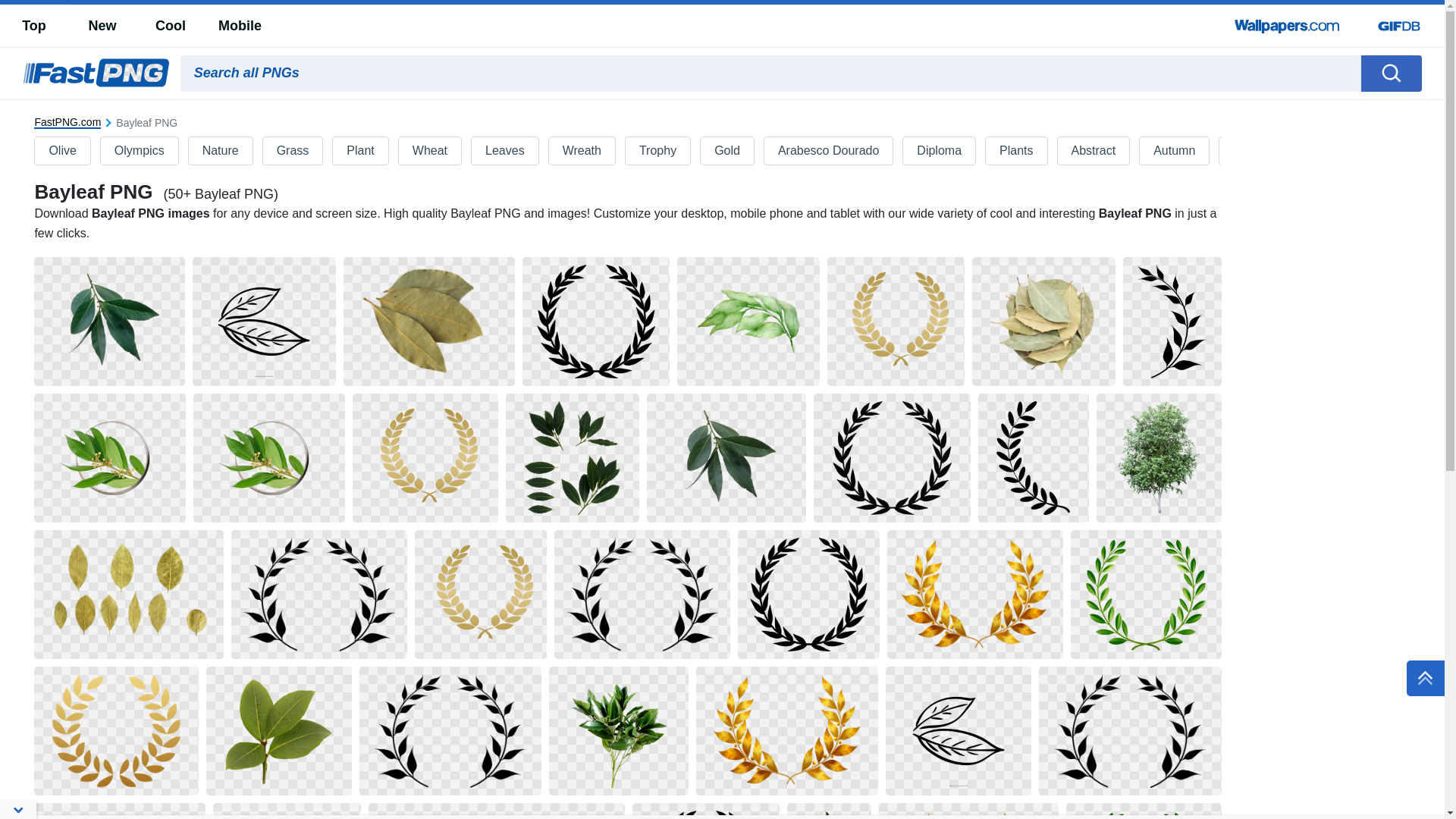 This screenshot has width=1456, height=819. Describe the element at coordinates (827, 151) in the screenshot. I see `'Arabesco Dourado'` at that location.